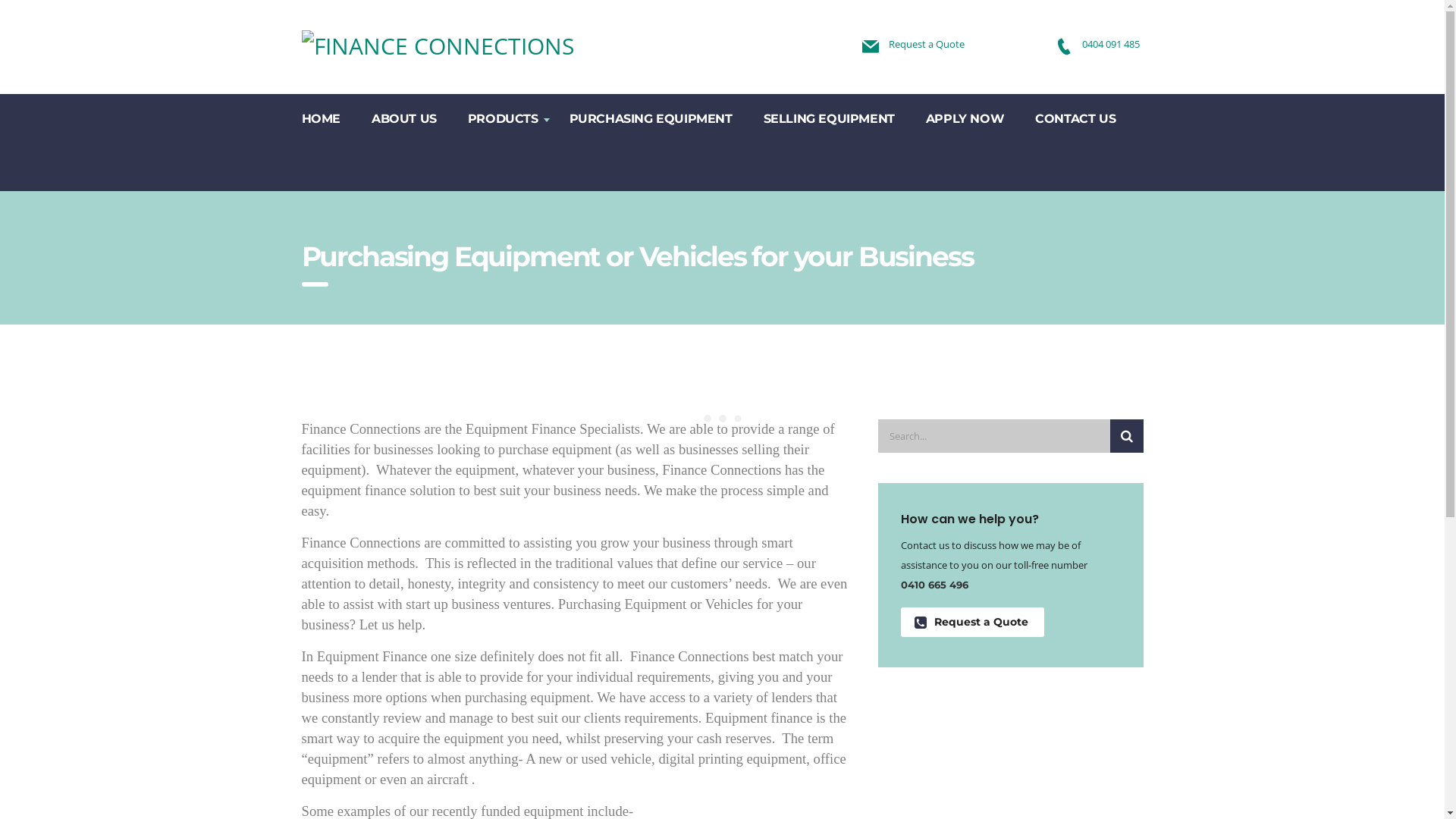 The width and height of the screenshot is (1456, 819). Describe the element at coordinates (926, 42) in the screenshot. I see `'Request a Quote'` at that location.